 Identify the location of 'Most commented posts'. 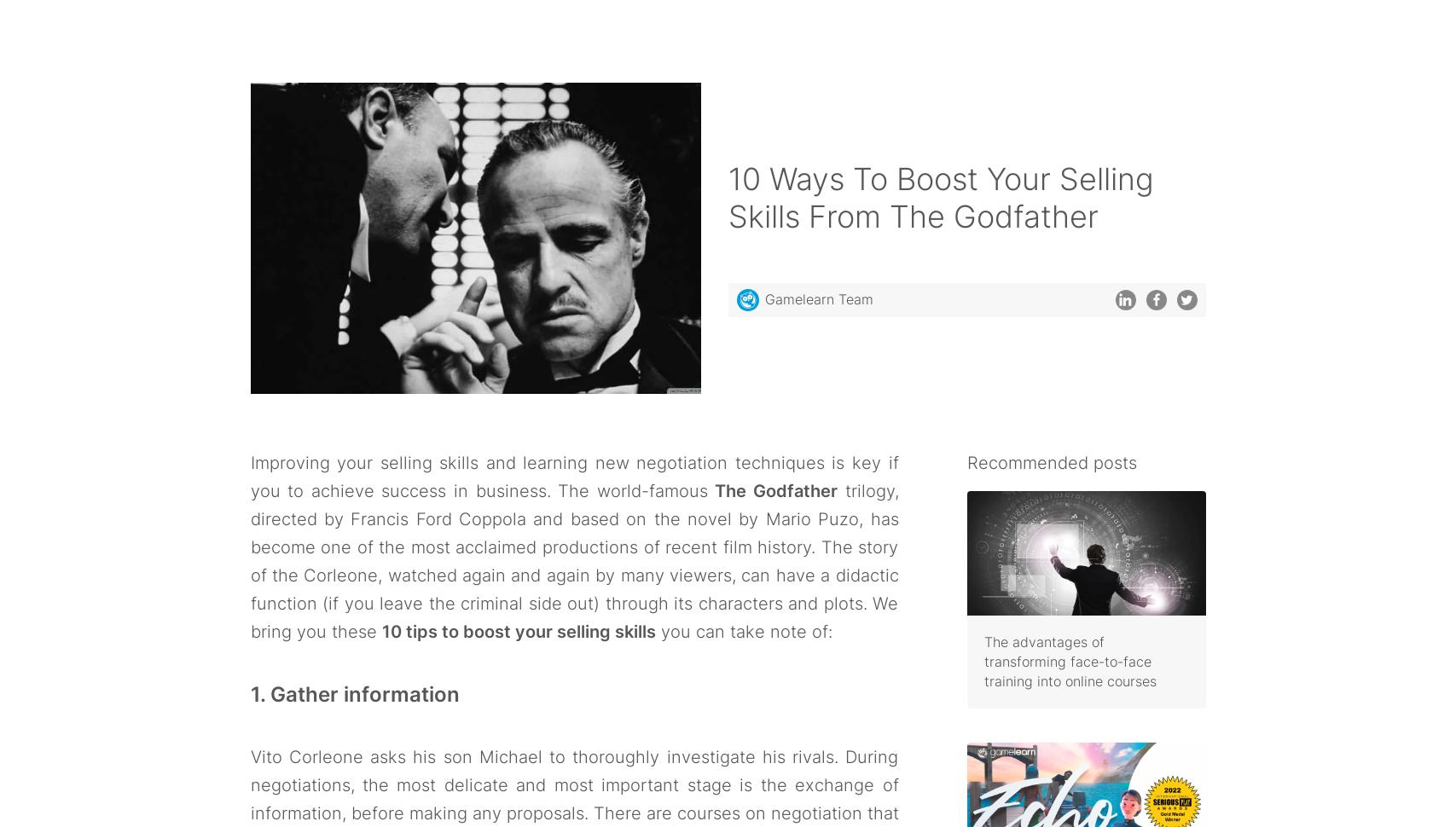
(1060, 702).